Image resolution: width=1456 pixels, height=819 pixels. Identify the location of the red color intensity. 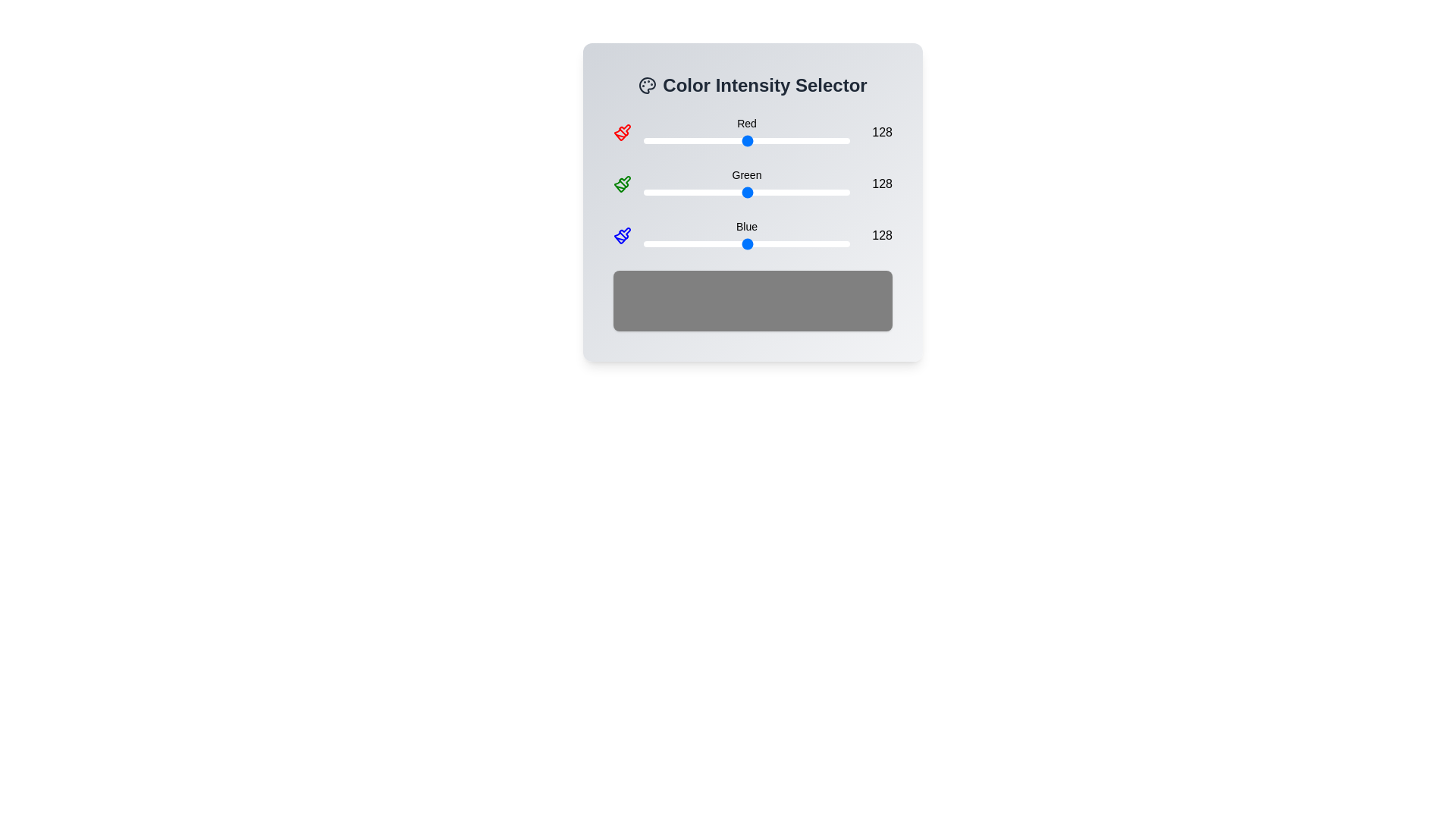
(817, 140).